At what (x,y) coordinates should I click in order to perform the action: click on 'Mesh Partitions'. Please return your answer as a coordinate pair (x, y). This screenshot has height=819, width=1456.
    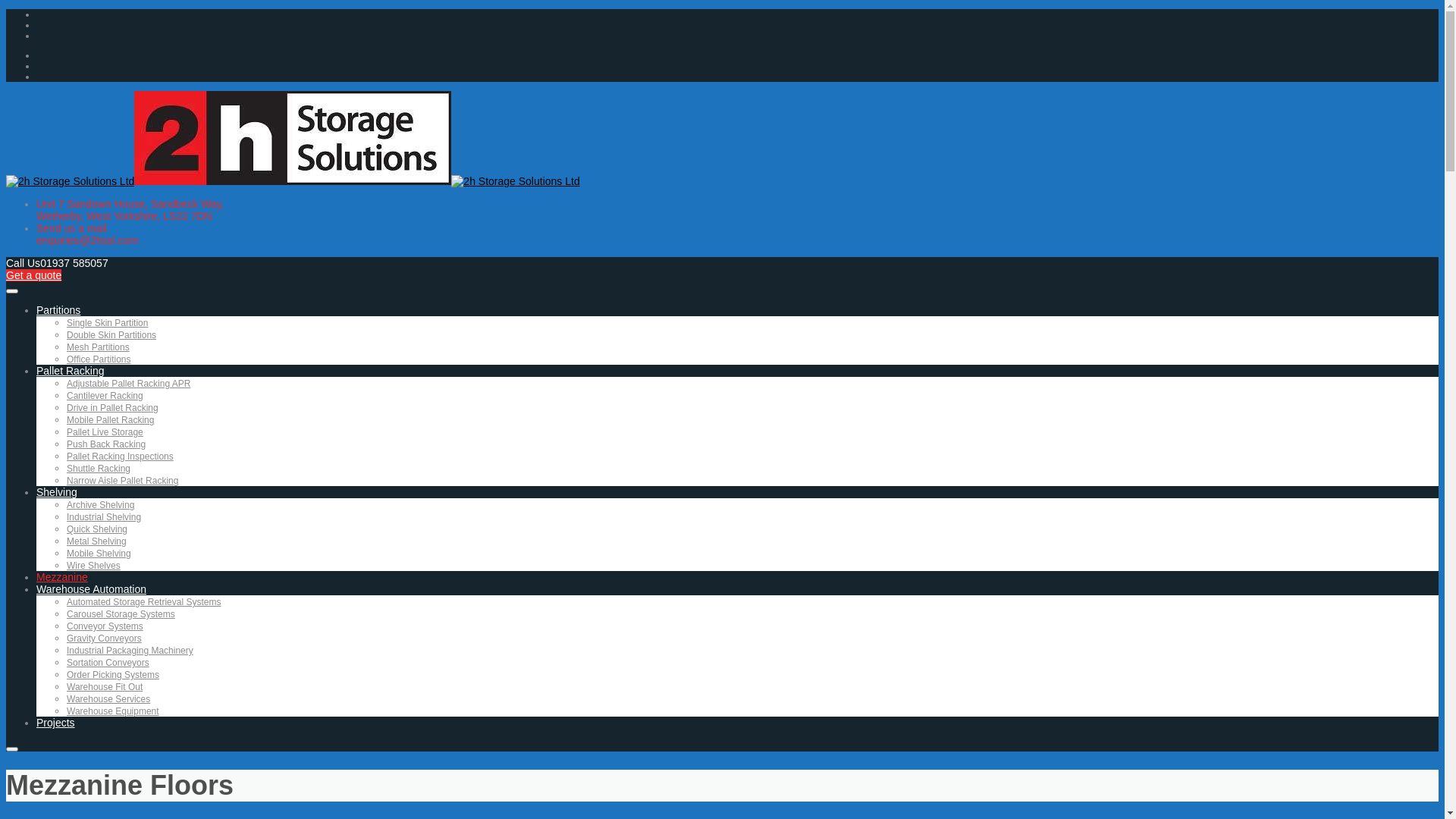
    Looking at the image, I should click on (97, 347).